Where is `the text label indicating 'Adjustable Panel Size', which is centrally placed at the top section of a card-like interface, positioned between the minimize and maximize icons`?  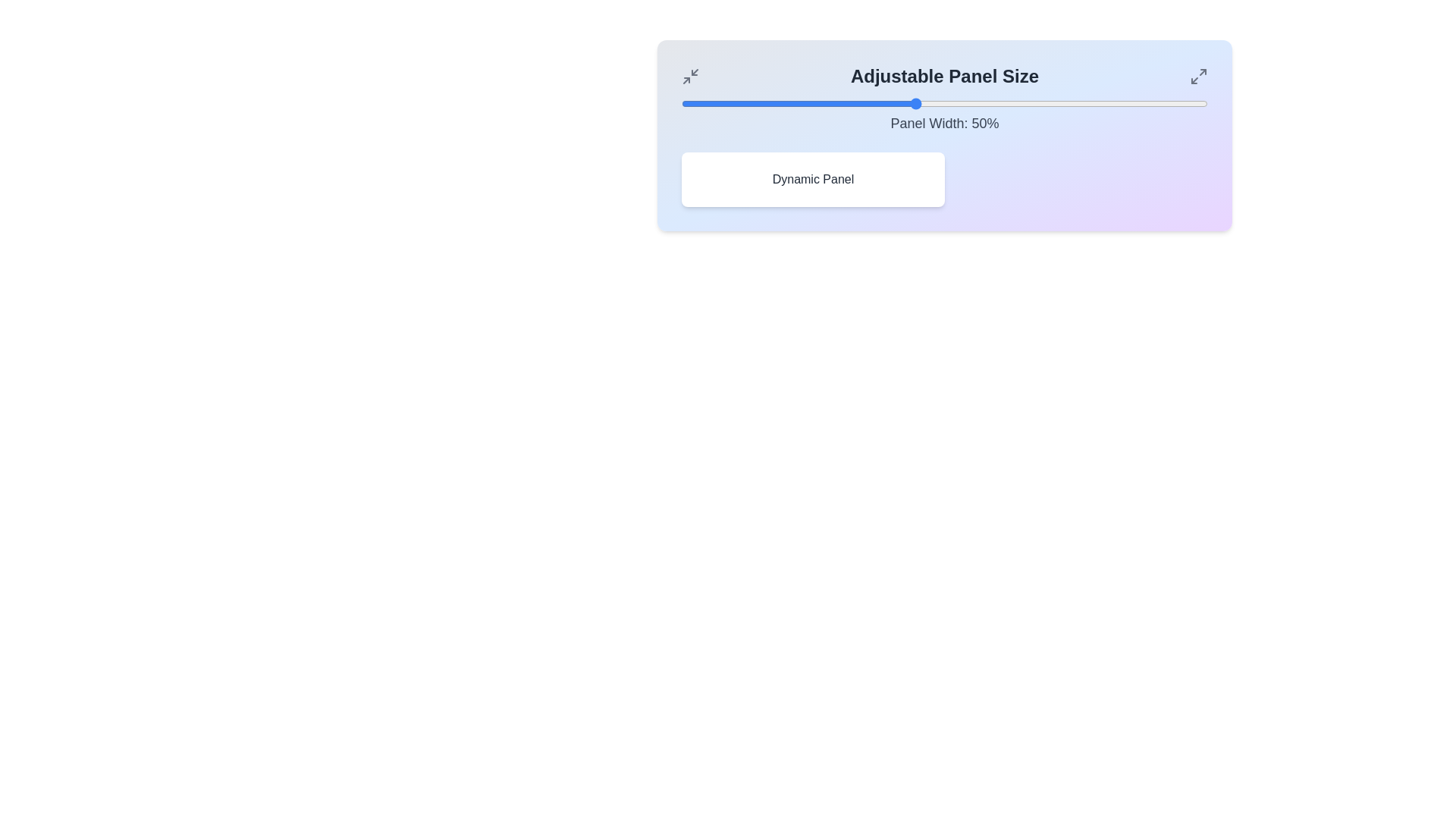
the text label indicating 'Adjustable Panel Size', which is centrally placed at the top section of a card-like interface, positioned between the minimize and maximize icons is located at coordinates (944, 76).